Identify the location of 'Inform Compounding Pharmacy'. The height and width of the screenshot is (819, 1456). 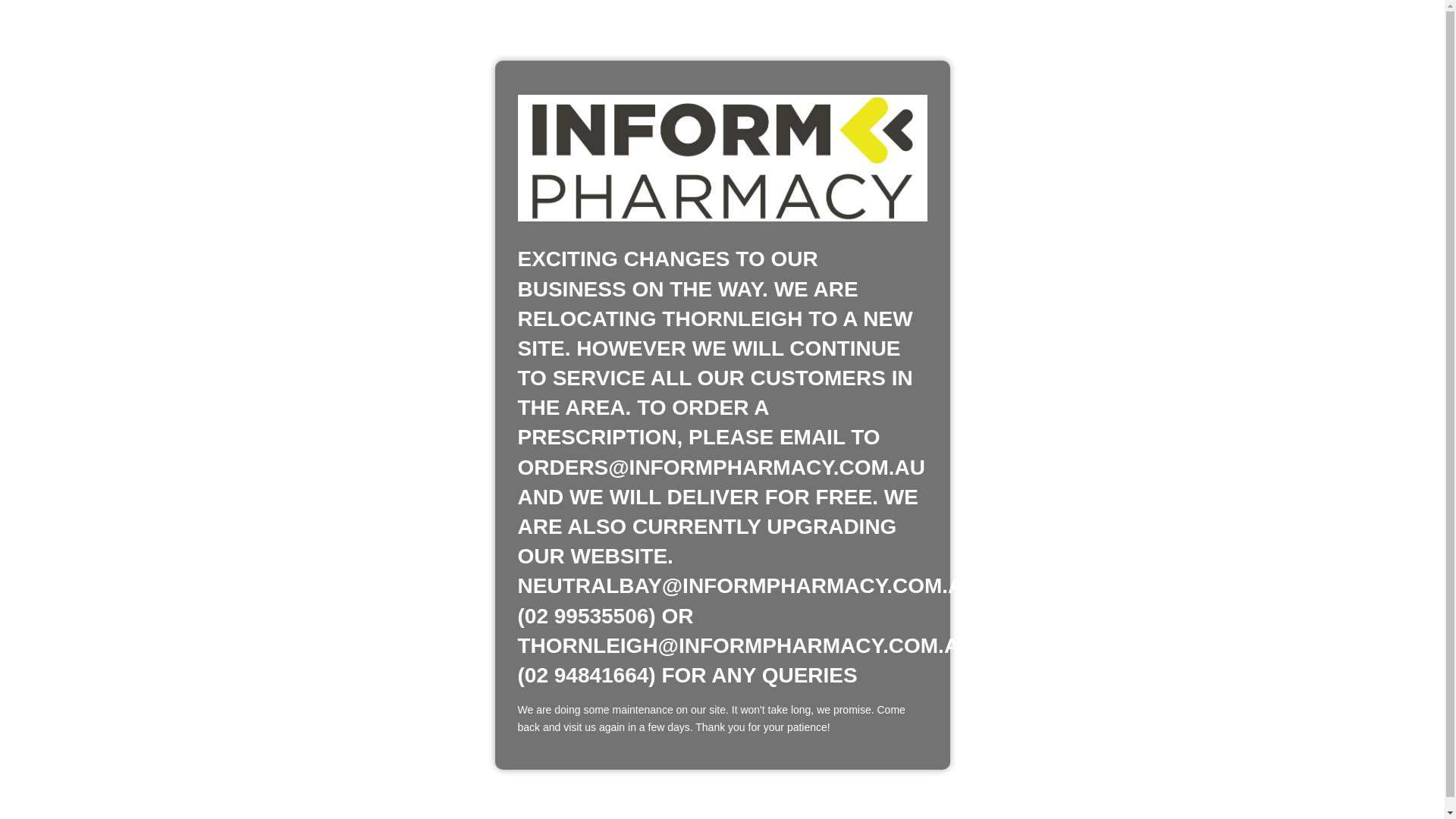
(720, 158).